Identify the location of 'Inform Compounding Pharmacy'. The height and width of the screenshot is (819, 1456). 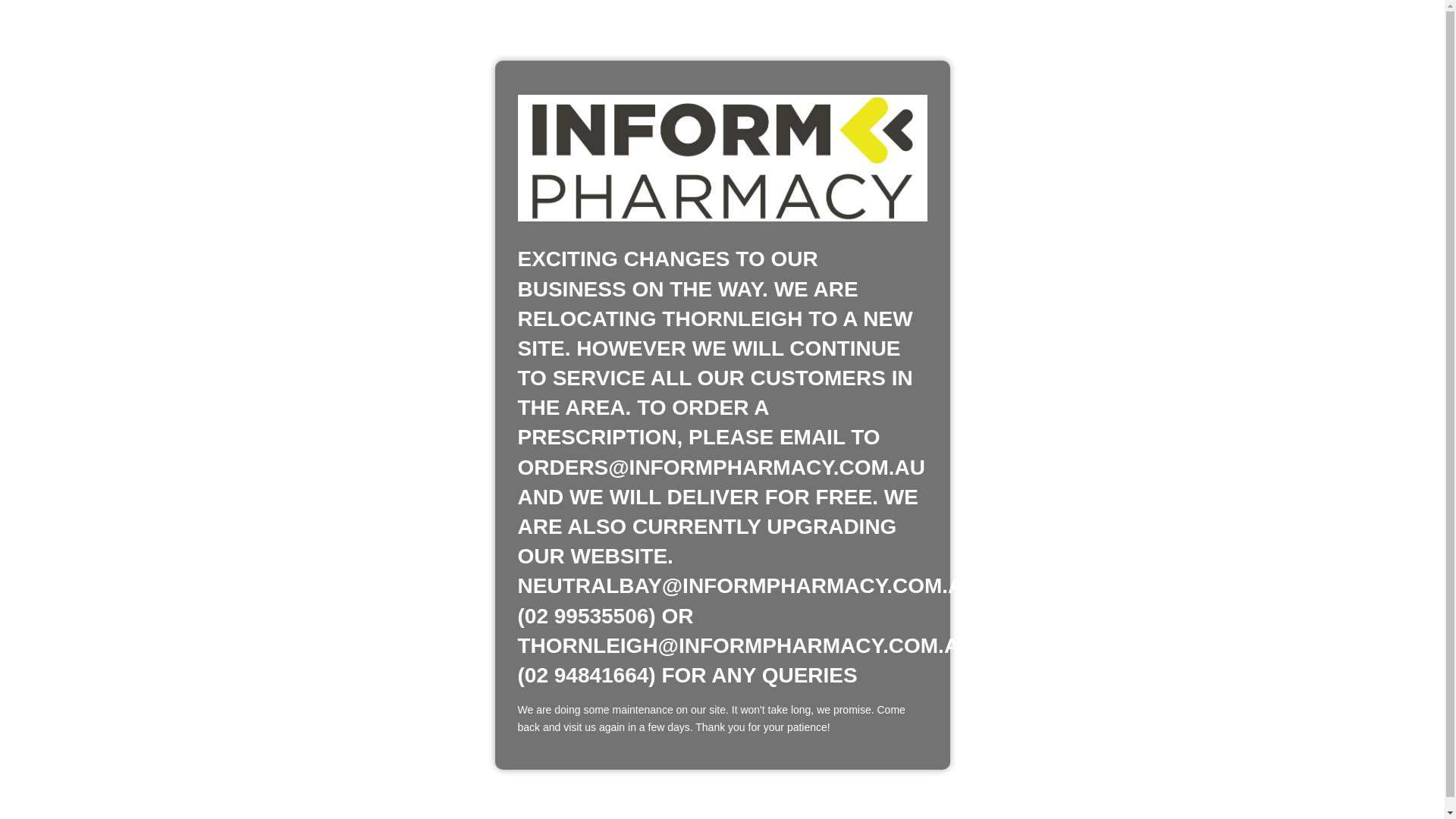
(720, 158).